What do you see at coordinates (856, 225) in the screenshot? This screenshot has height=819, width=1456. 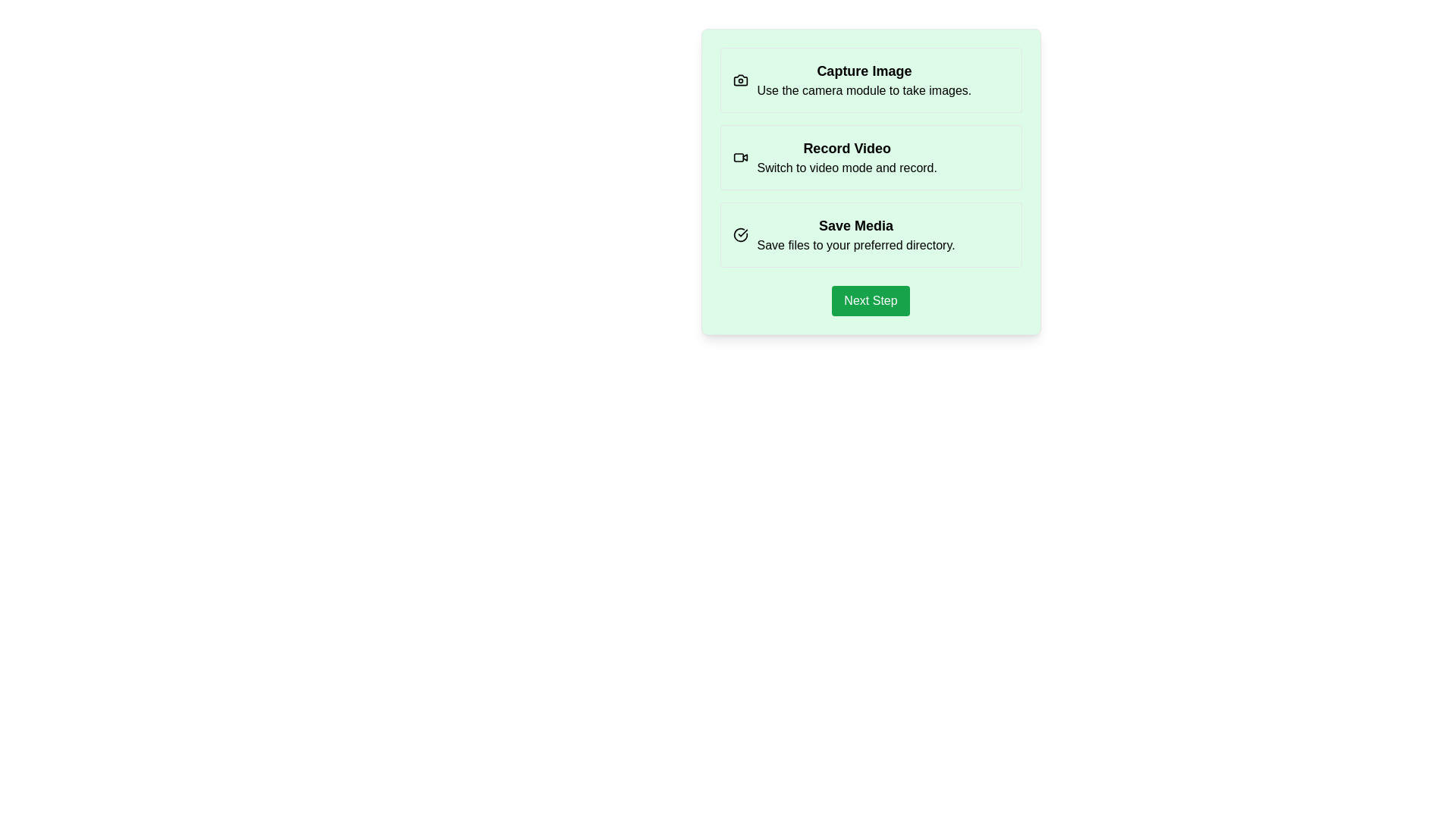 I see `the 'Save Media' text label which is displayed in bold and large text format with a light green background, located at the bottom of the panel among other options` at bounding box center [856, 225].